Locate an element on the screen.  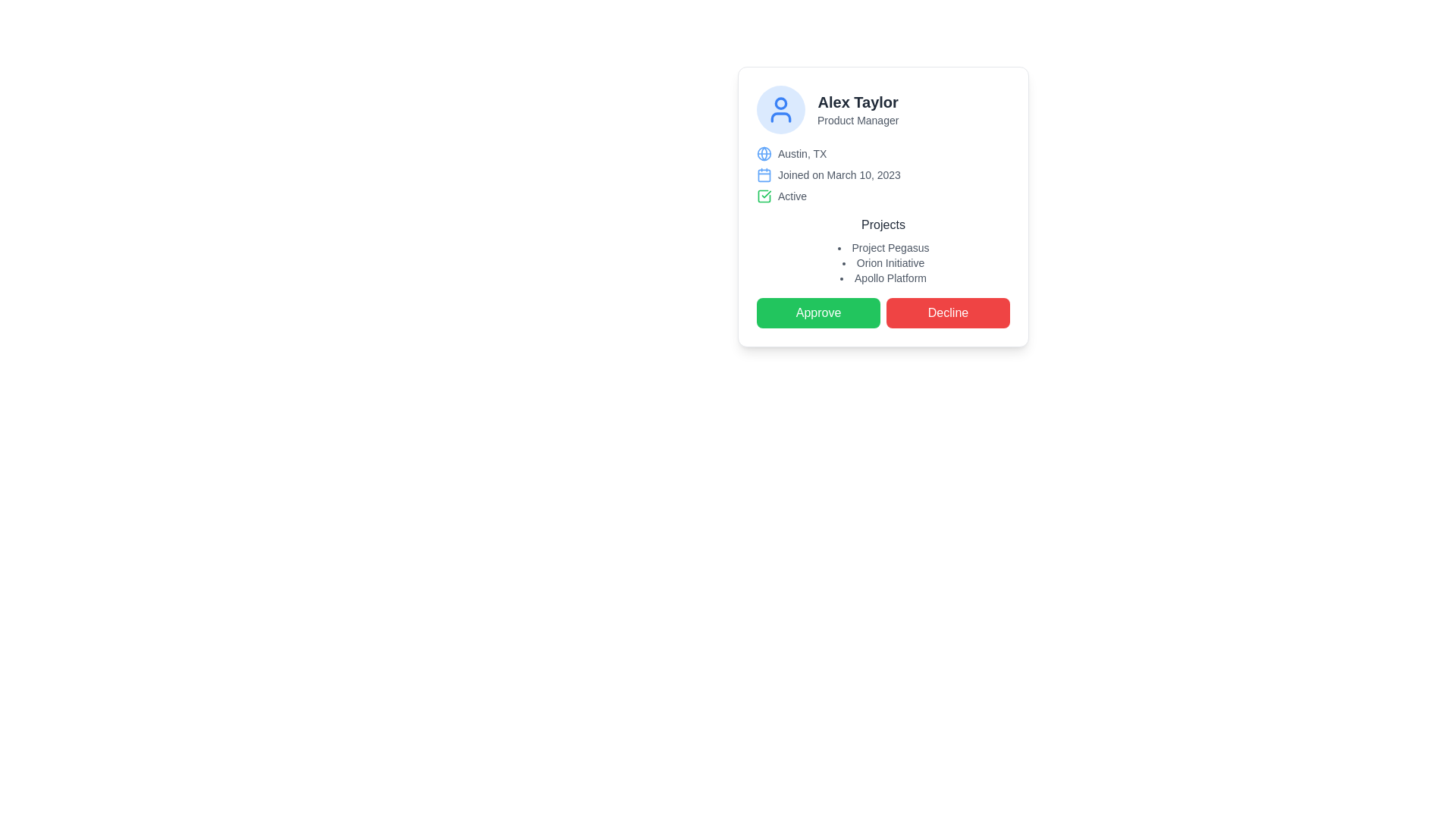
the Text Label that indicates the location associated with the profile presented in the card, positioned immediately to the right of a blue globe icon is located at coordinates (802, 154).